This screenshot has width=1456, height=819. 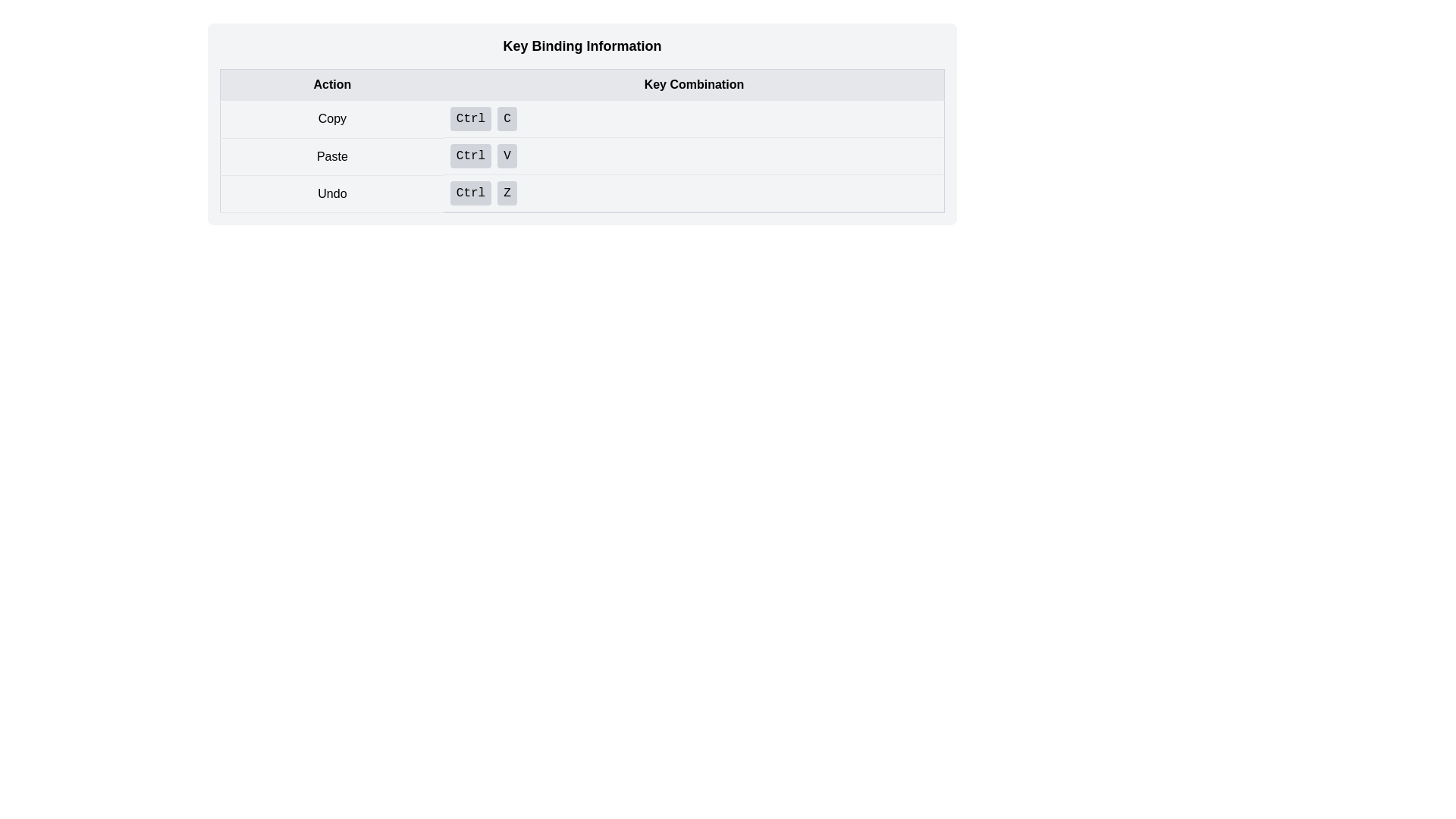 I want to click on the 'V' button in the Key Combination column, which is used for the Paste operation, so click(x=507, y=155).